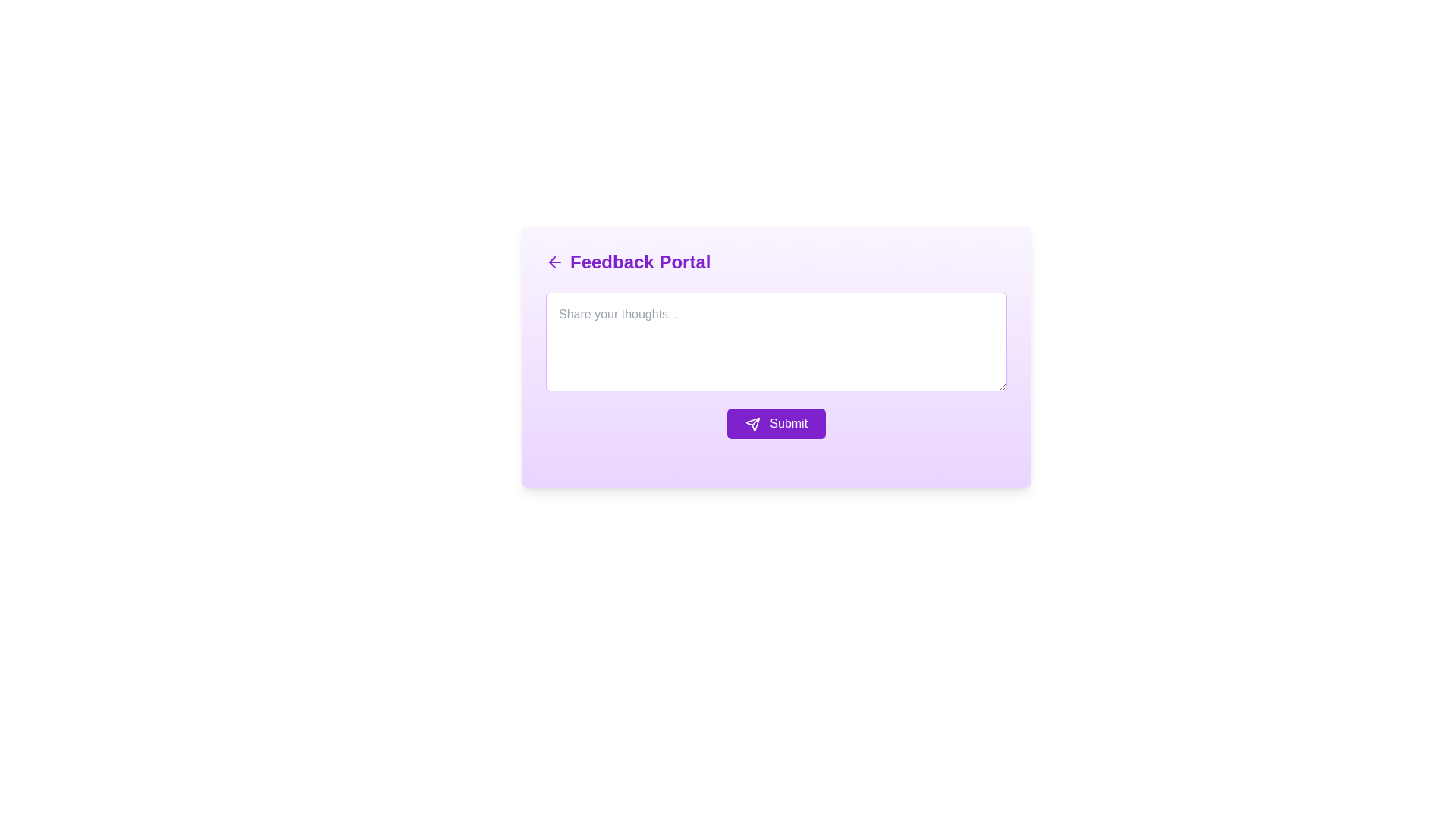 Image resolution: width=1456 pixels, height=819 pixels. I want to click on the submit icon located slightly to the left of the button text at the center bottom of the interface, which is used to submit the form, so click(752, 424).